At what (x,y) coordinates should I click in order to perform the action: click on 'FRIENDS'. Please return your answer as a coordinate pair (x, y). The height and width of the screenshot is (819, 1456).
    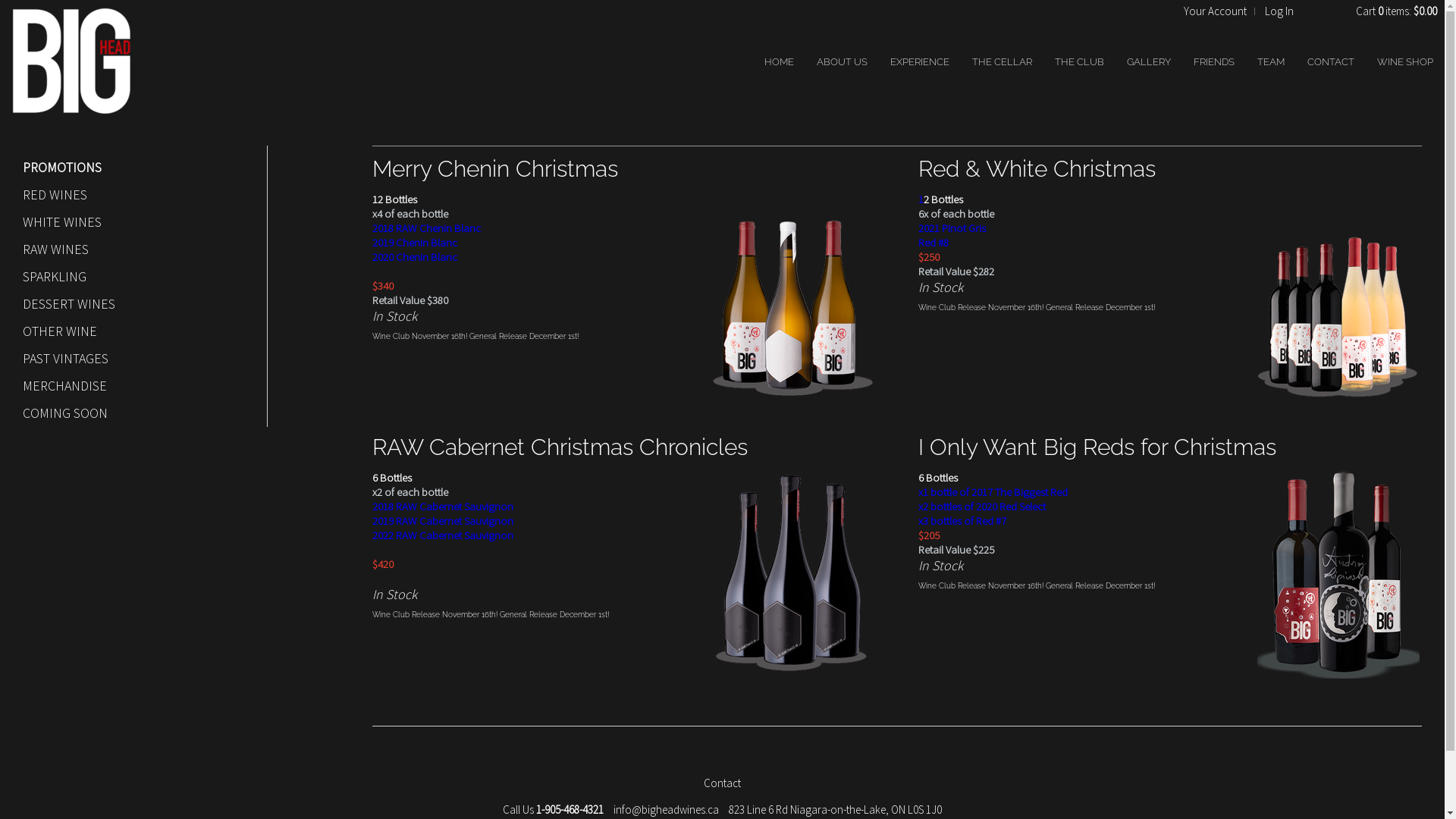
    Looking at the image, I should click on (1193, 61).